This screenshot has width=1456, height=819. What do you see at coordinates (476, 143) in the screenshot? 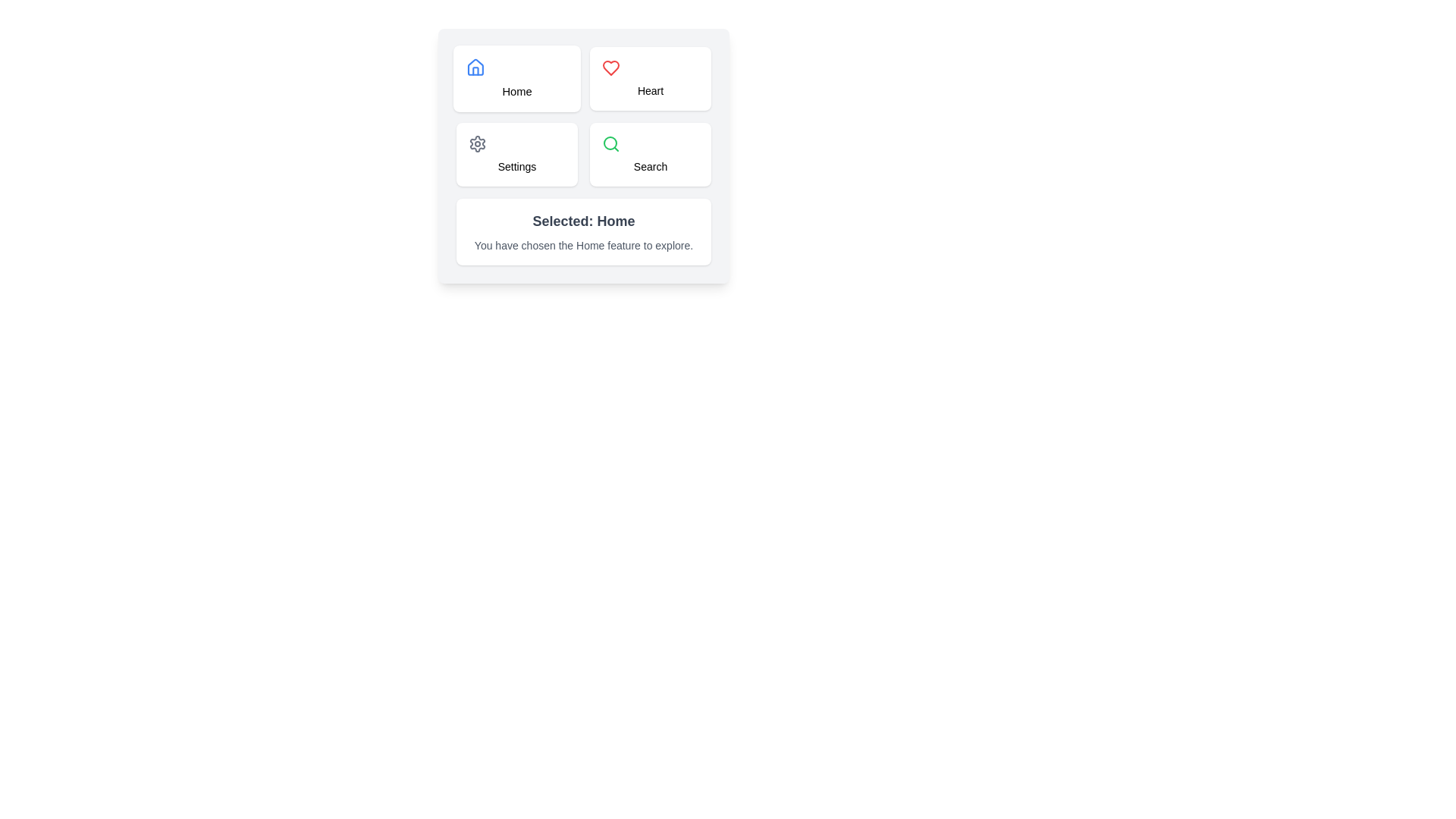
I see `the settings icon, which serves as the visual representation for accessing the settings menu, located in the bottom-left quadrant of the navigation options` at bounding box center [476, 143].